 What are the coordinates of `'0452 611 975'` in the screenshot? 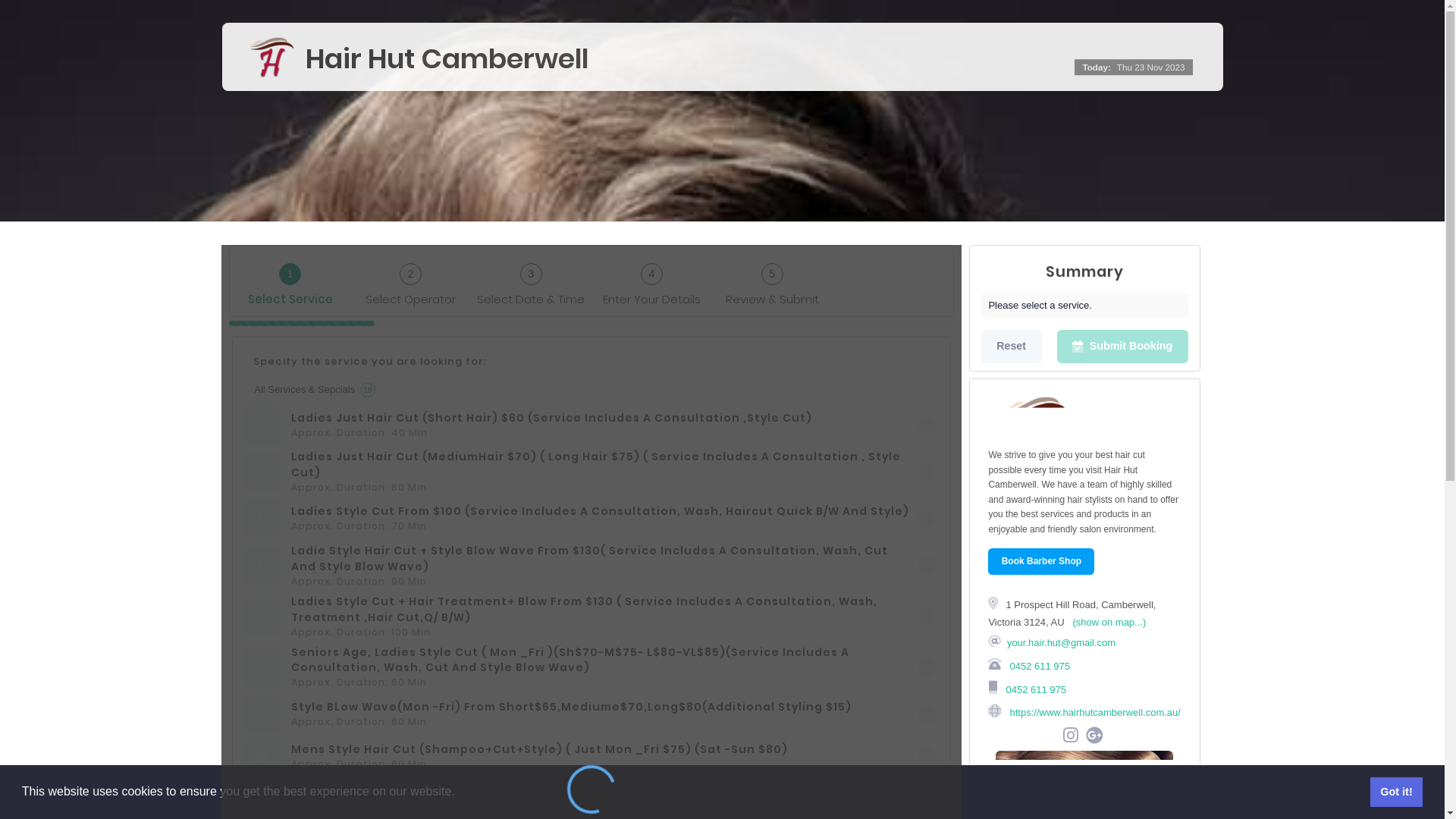 It's located at (1034, 689).